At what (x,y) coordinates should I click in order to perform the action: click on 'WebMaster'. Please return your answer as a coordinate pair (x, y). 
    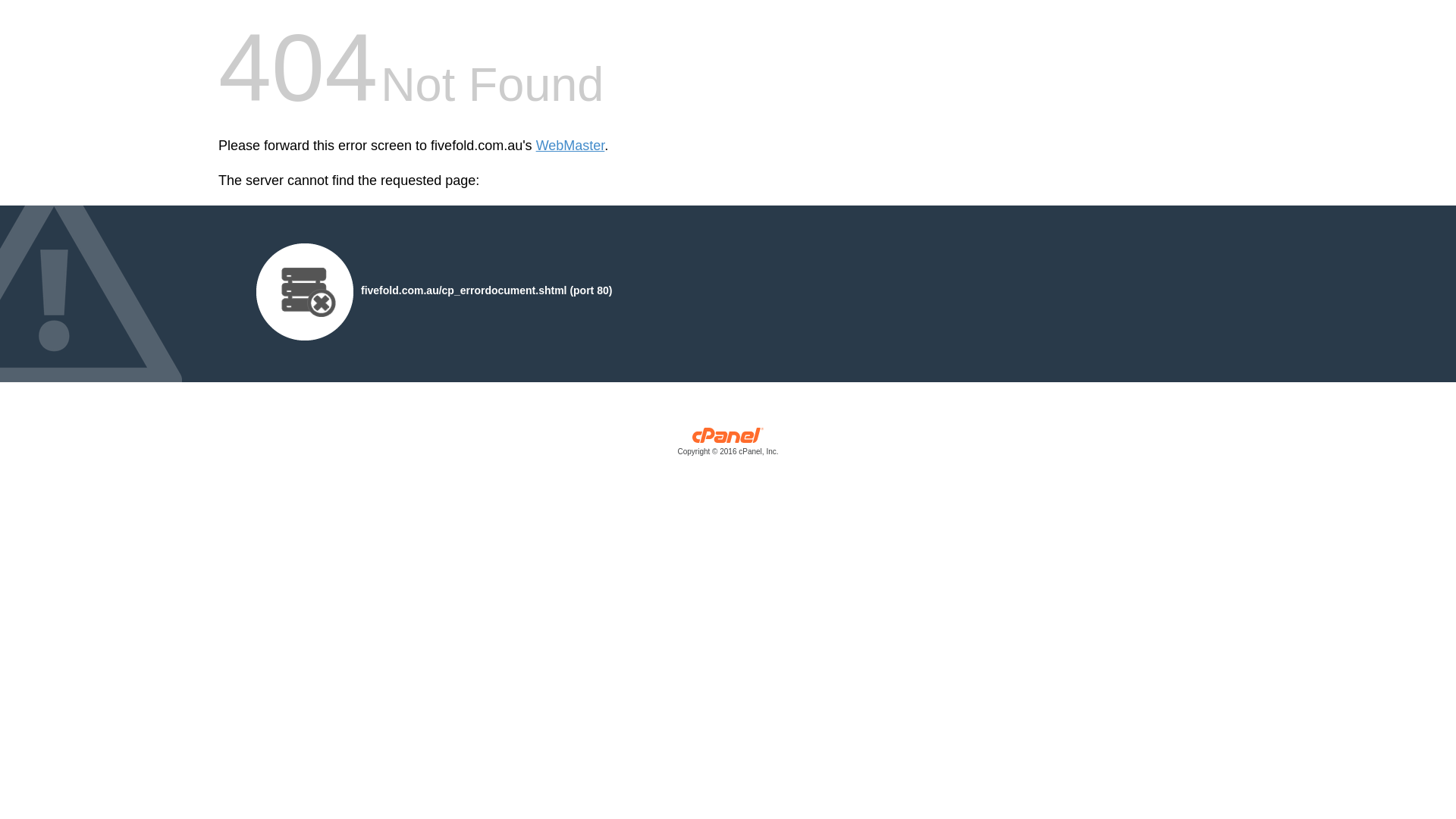
    Looking at the image, I should click on (535, 146).